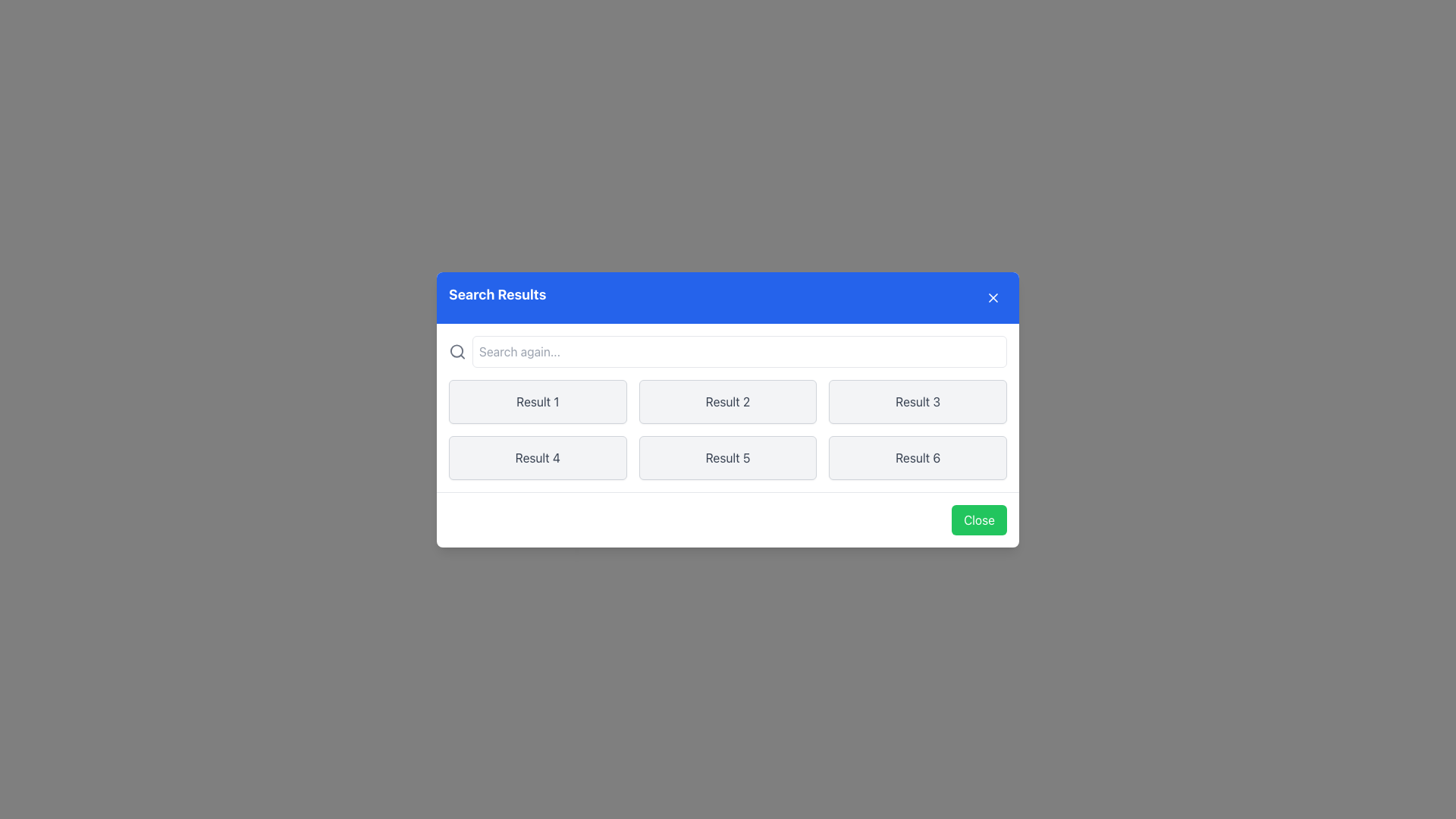 Image resolution: width=1456 pixels, height=819 pixels. Describe the element at coordinates (728, 400) in the screenshot. I see `the text label displaying 'Result 2' in gray font, located in the second column of the first row of a 2x3 grid layout within the blue-highlighted modal window titled 'Search Results'` at that location.